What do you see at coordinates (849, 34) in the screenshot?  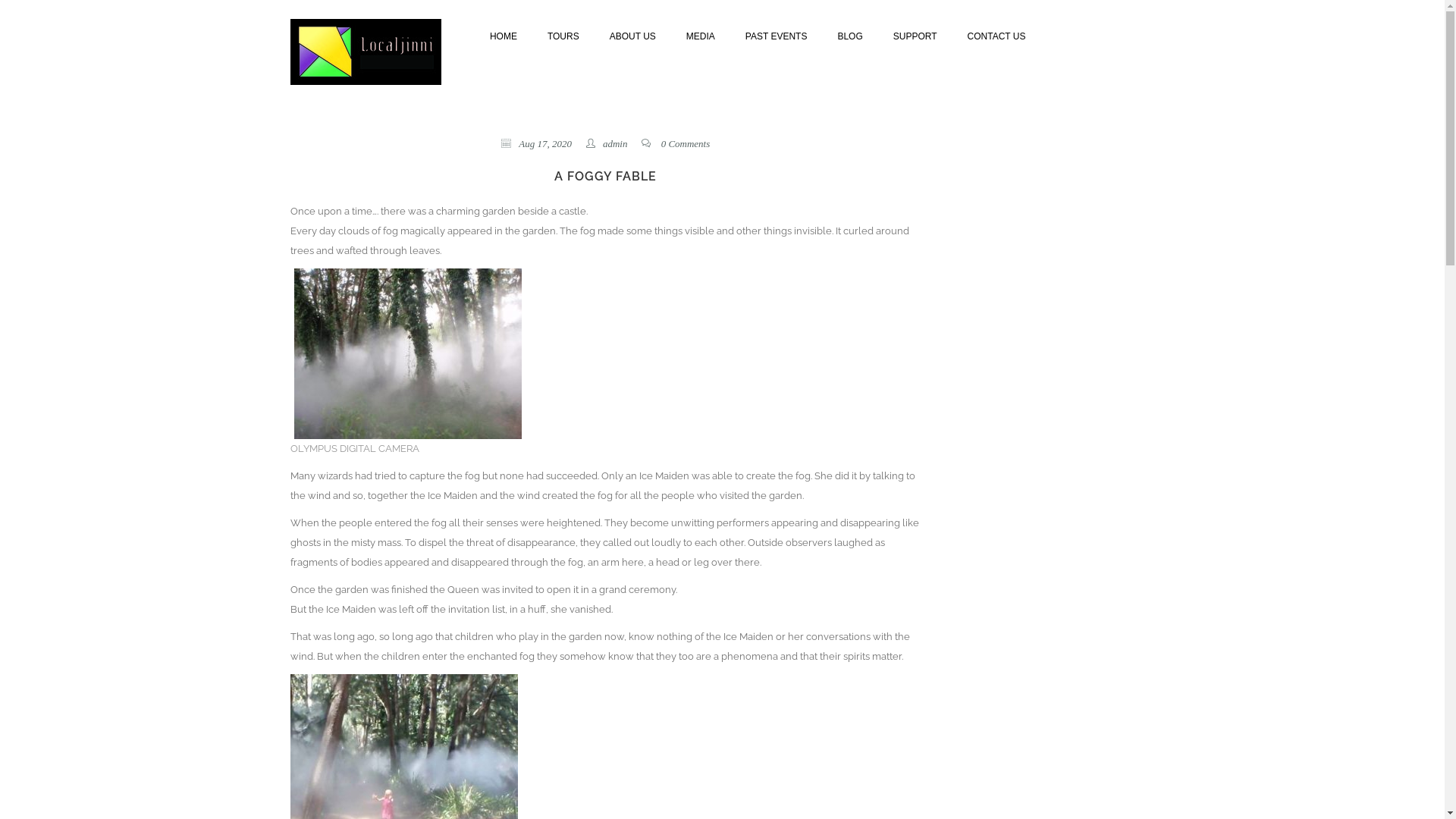 I see `'BLOG'` at bounding box center [849, 34].